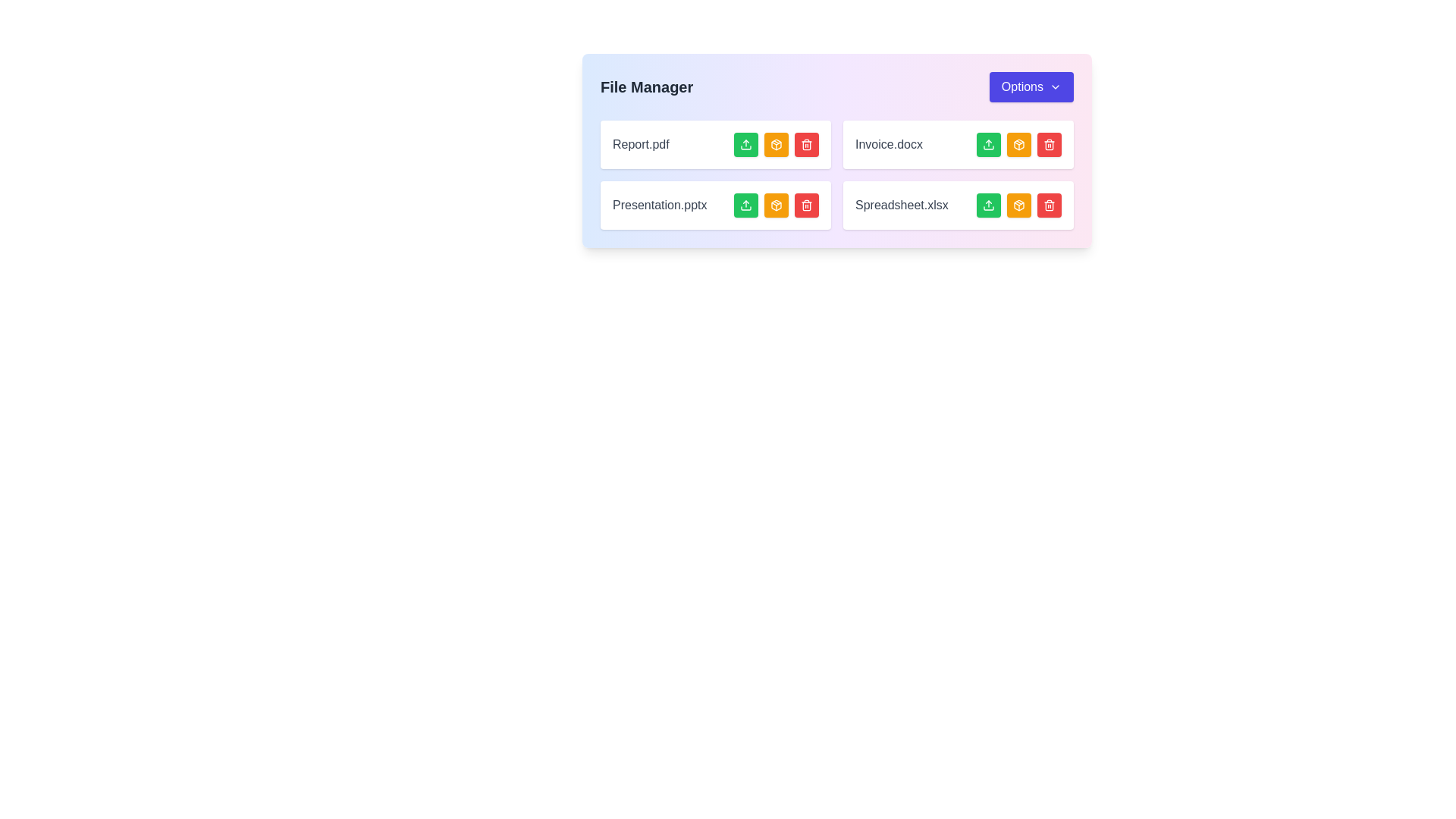  I want to click on text of the file name label located at the bottom-right entry of the file management interface, which follows 'Presentation.pptx', so click(902, 205).